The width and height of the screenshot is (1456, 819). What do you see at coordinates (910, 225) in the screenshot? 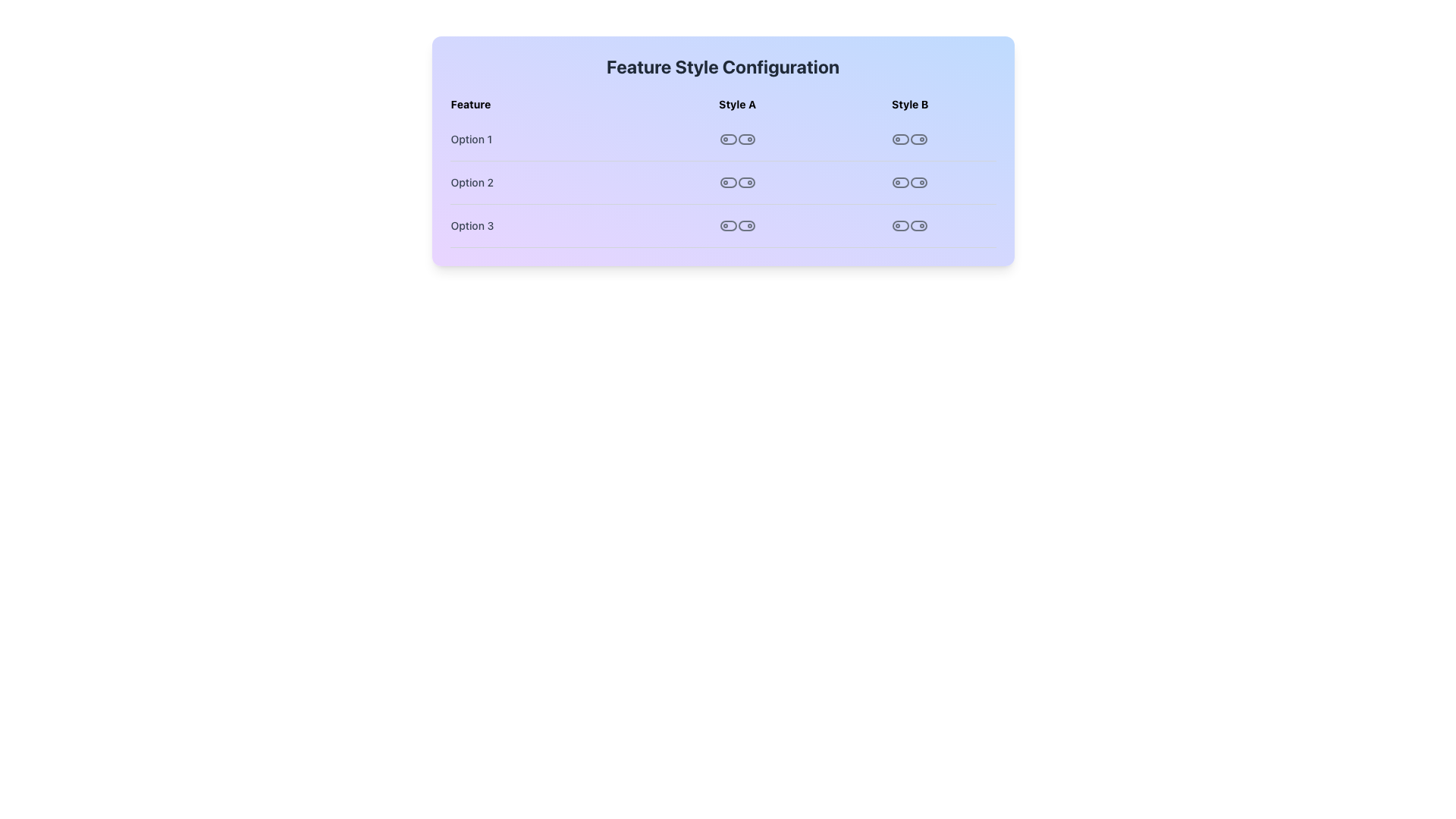
I see `the interconnected toggle for 'Option 3'` at bounding box center [910, 225].